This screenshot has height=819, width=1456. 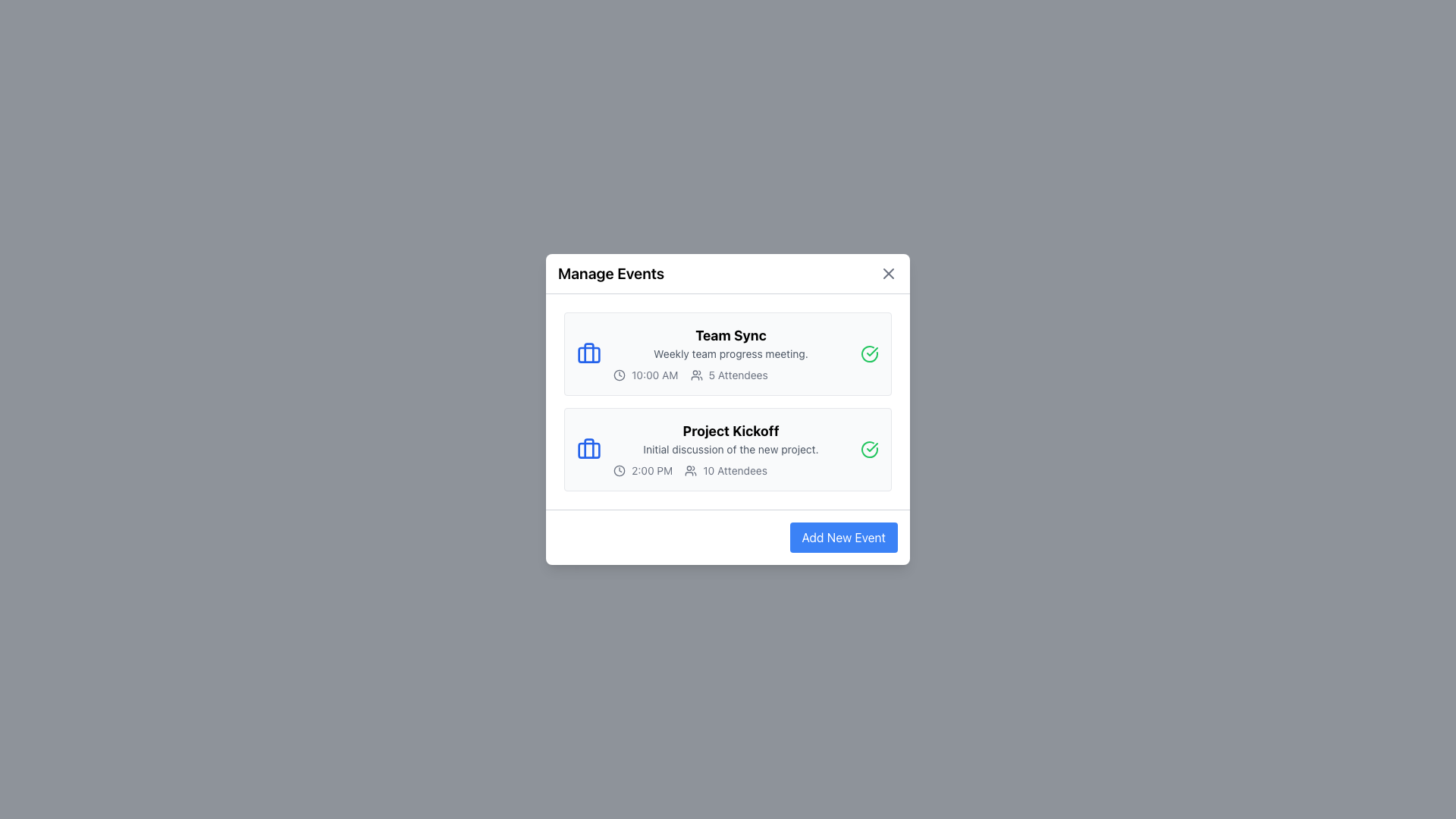 I want to click on supplementary details provided by the text label located directly below the 'Team Sync' title in the dialog, centered above the event's time and attendee count, so click(x=731, y=353).